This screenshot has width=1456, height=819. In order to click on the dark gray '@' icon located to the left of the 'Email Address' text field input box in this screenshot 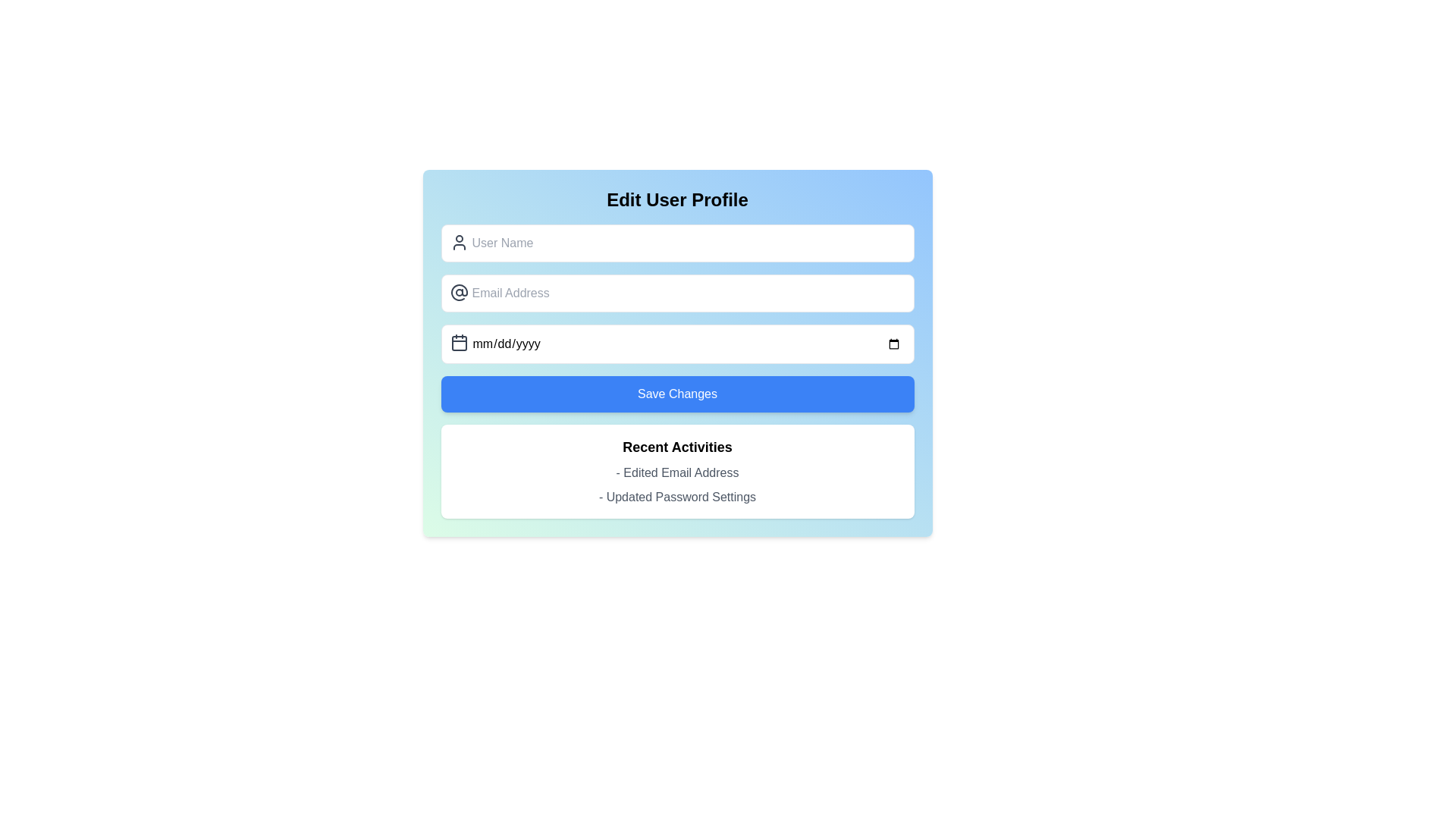, I will do `click(458, 292)`.